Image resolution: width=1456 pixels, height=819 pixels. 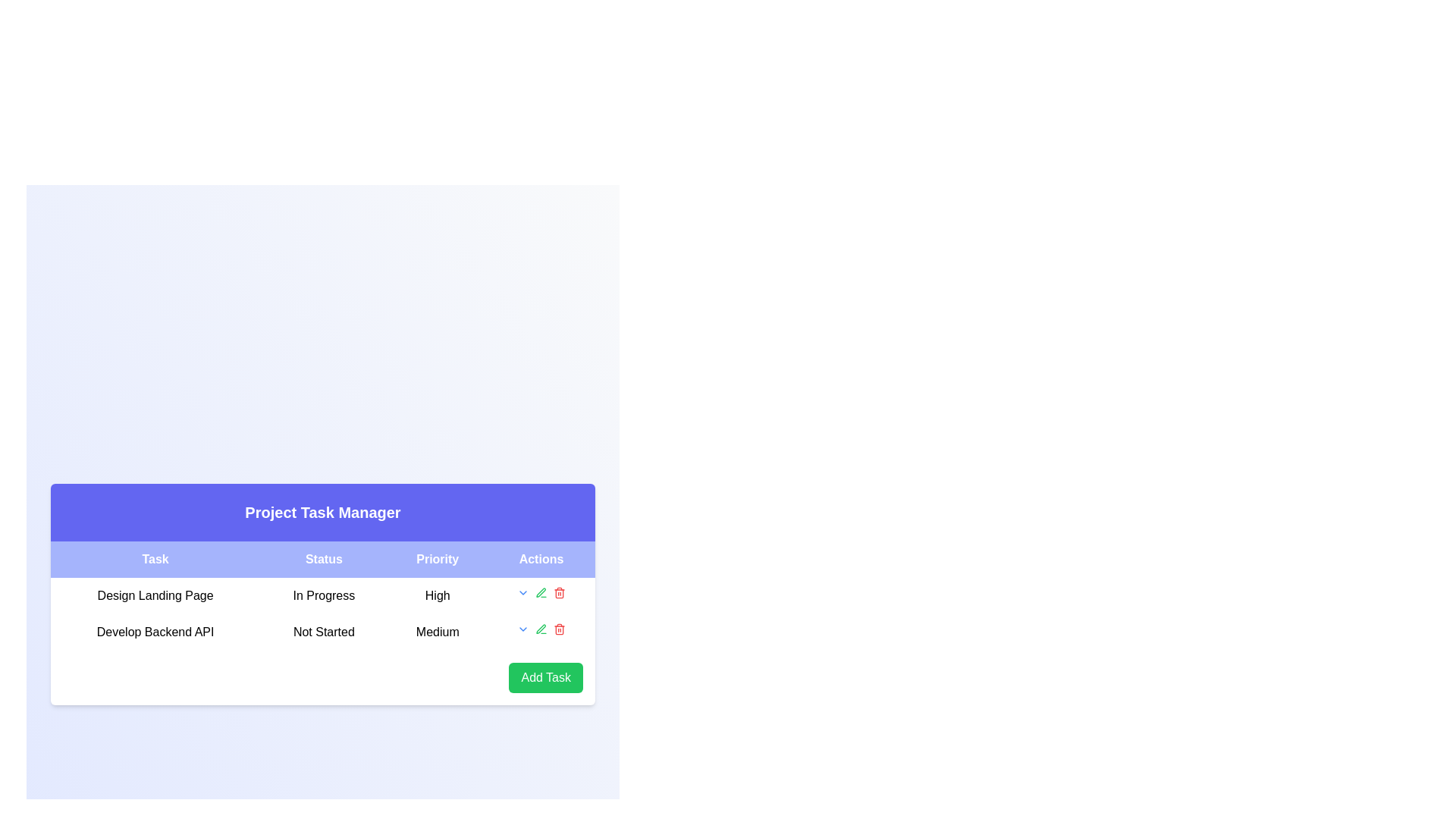 What do you see at coordinates (323, 595) in the screenshot?
I see `the text label that displays 'In Progress', which is located in the second column of the first row of the table` at bounding box center [323, 595].